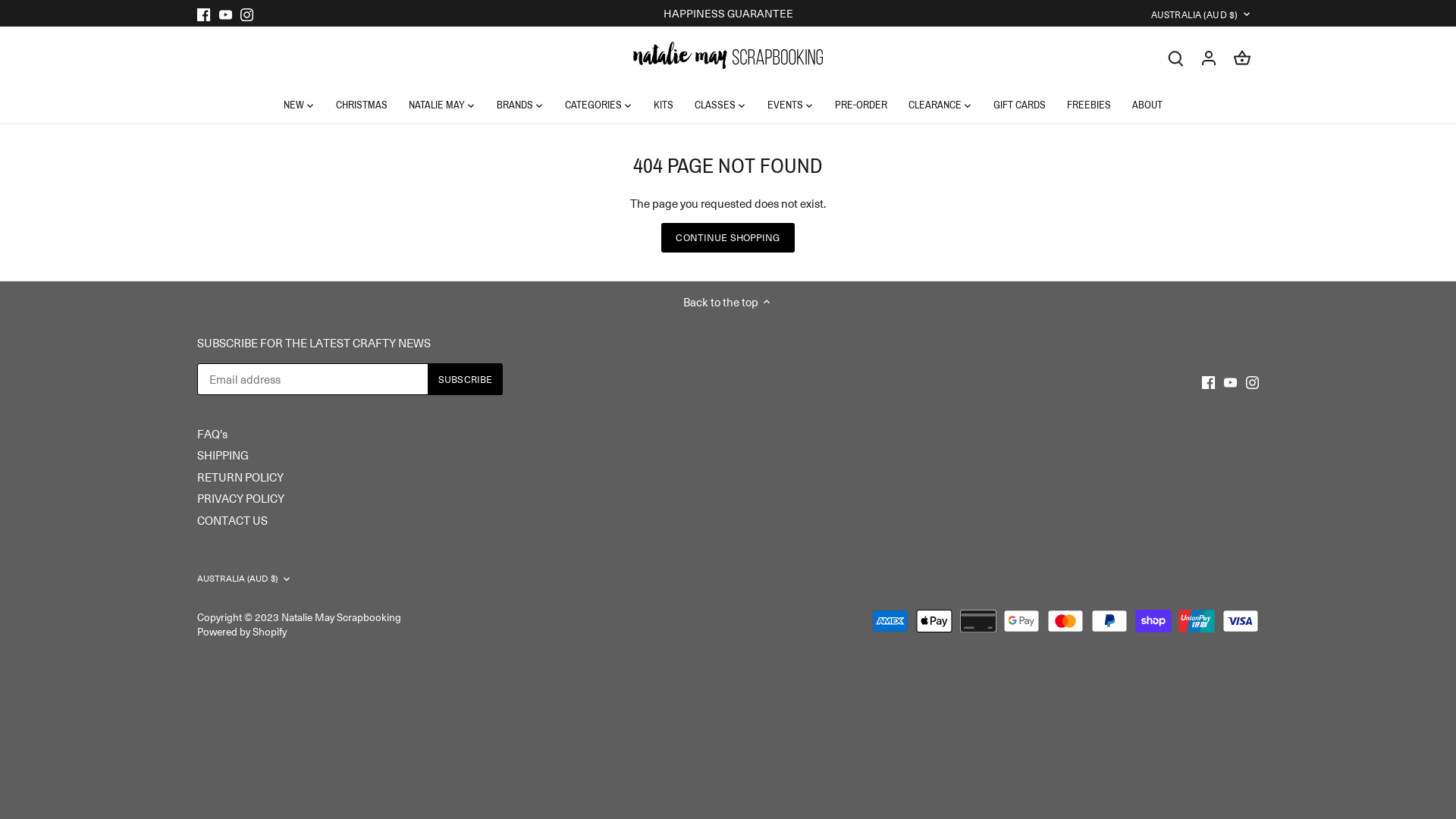  Describe the element at coordinates (1252, 380) in the screenshot. I see `'Instagram'` at that location.